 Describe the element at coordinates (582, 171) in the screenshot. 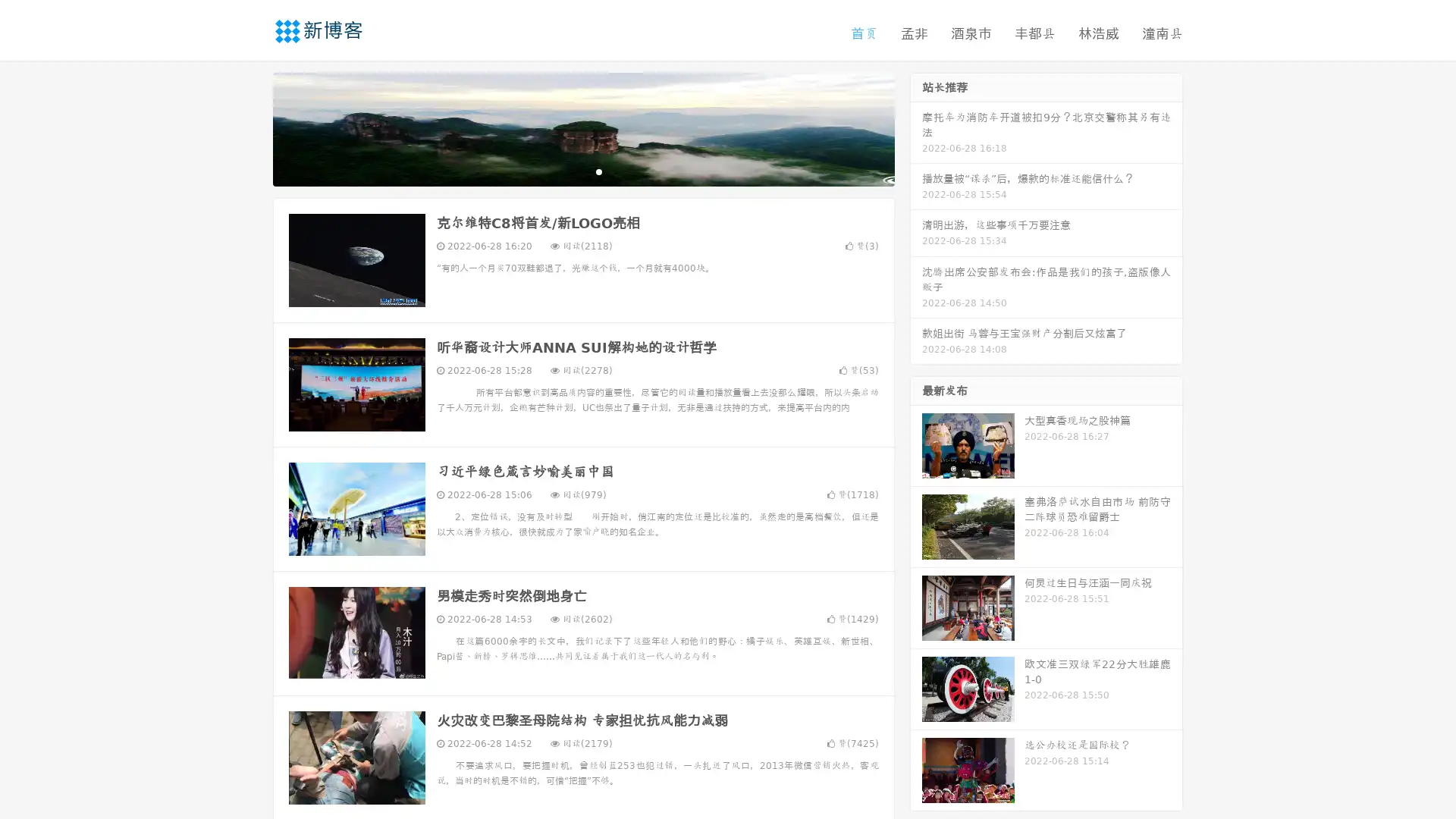

I see `Go to slide 2` at that location.